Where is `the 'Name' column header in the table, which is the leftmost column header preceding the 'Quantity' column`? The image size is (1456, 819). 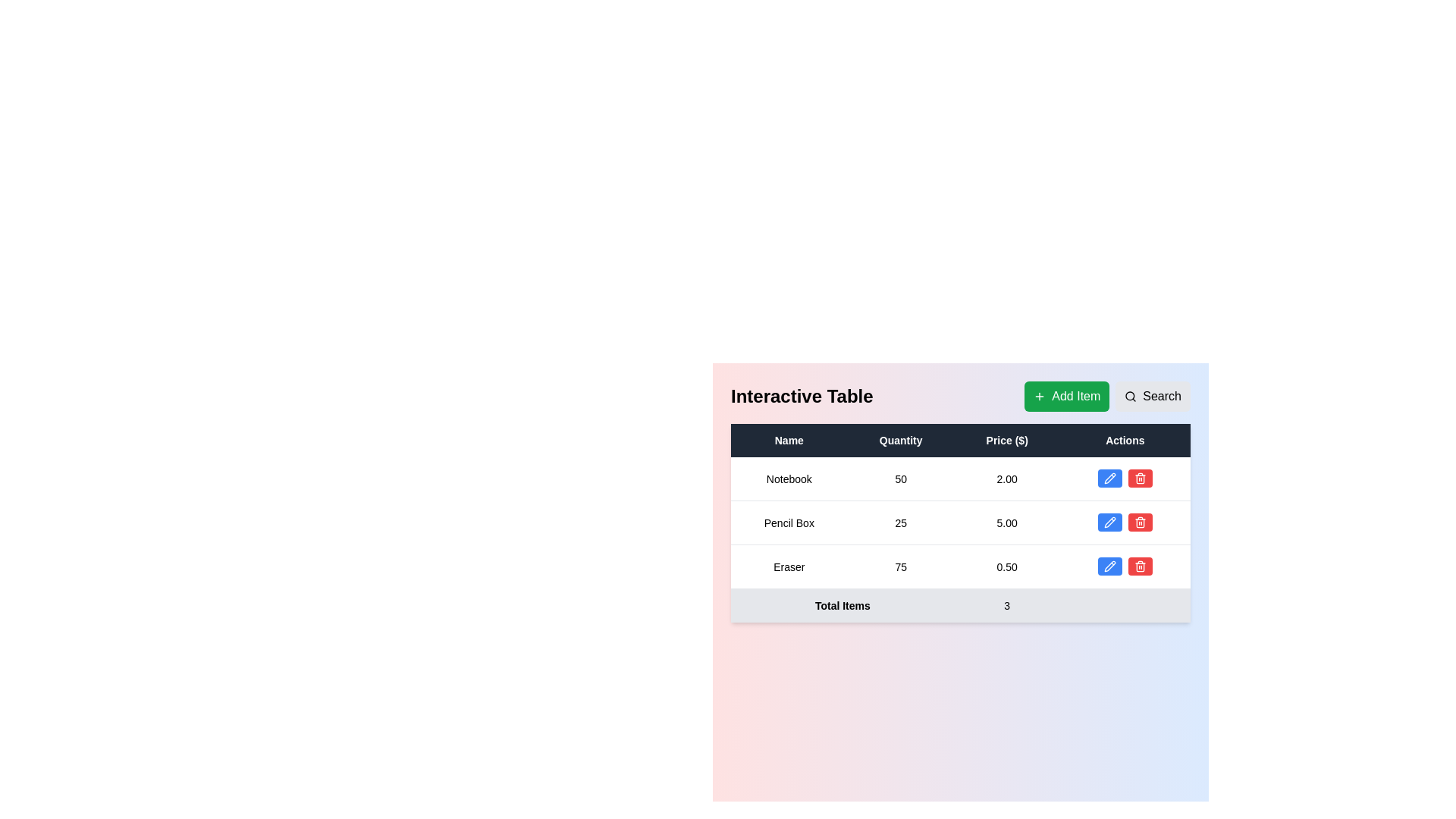 the 'Name' column header in the table, which is the leftmost column header preceding the 'Quantity' column is located at coordinates (789, 441).